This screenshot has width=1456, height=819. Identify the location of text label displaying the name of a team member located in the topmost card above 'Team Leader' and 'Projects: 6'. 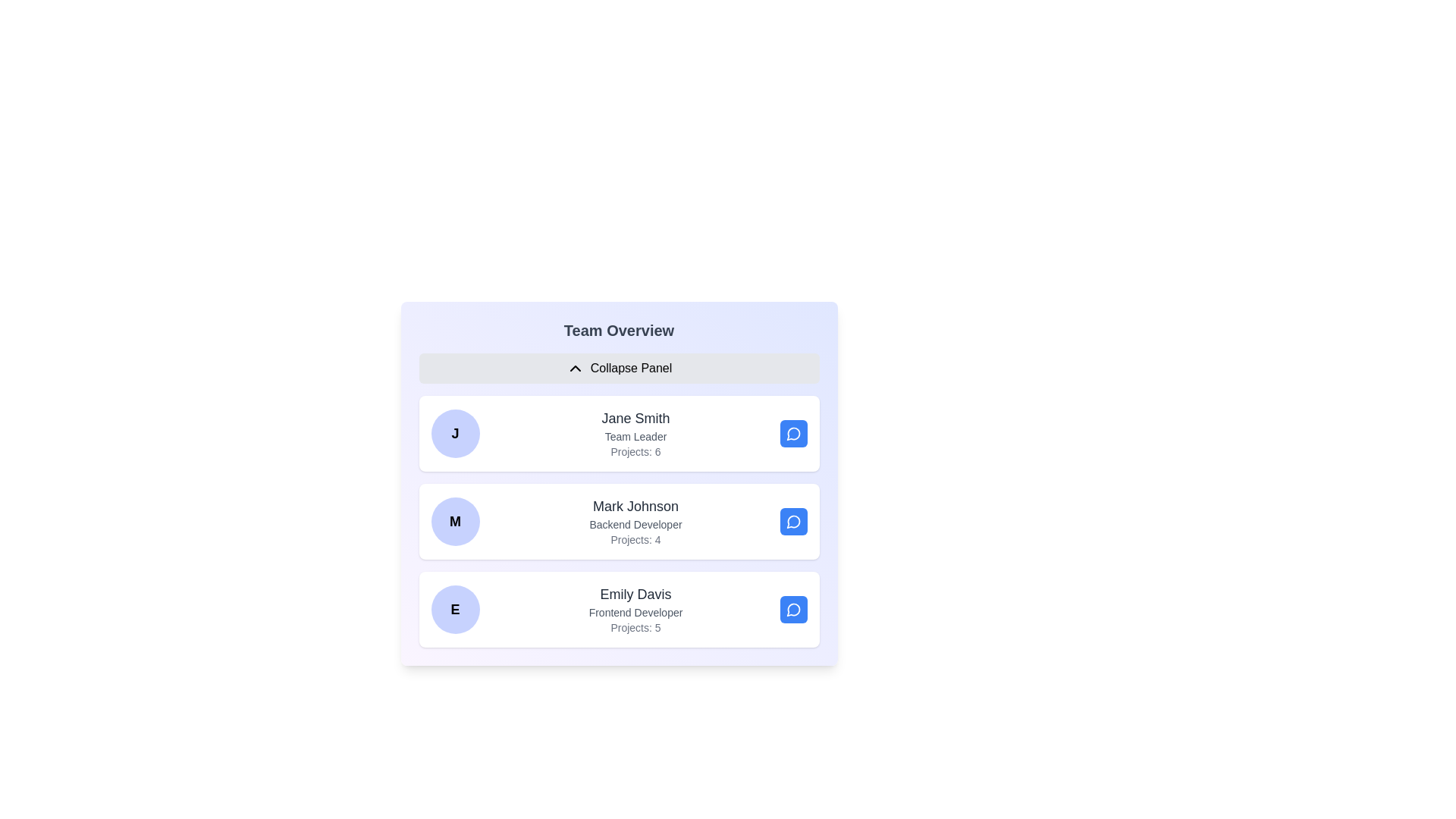
(635, 418).